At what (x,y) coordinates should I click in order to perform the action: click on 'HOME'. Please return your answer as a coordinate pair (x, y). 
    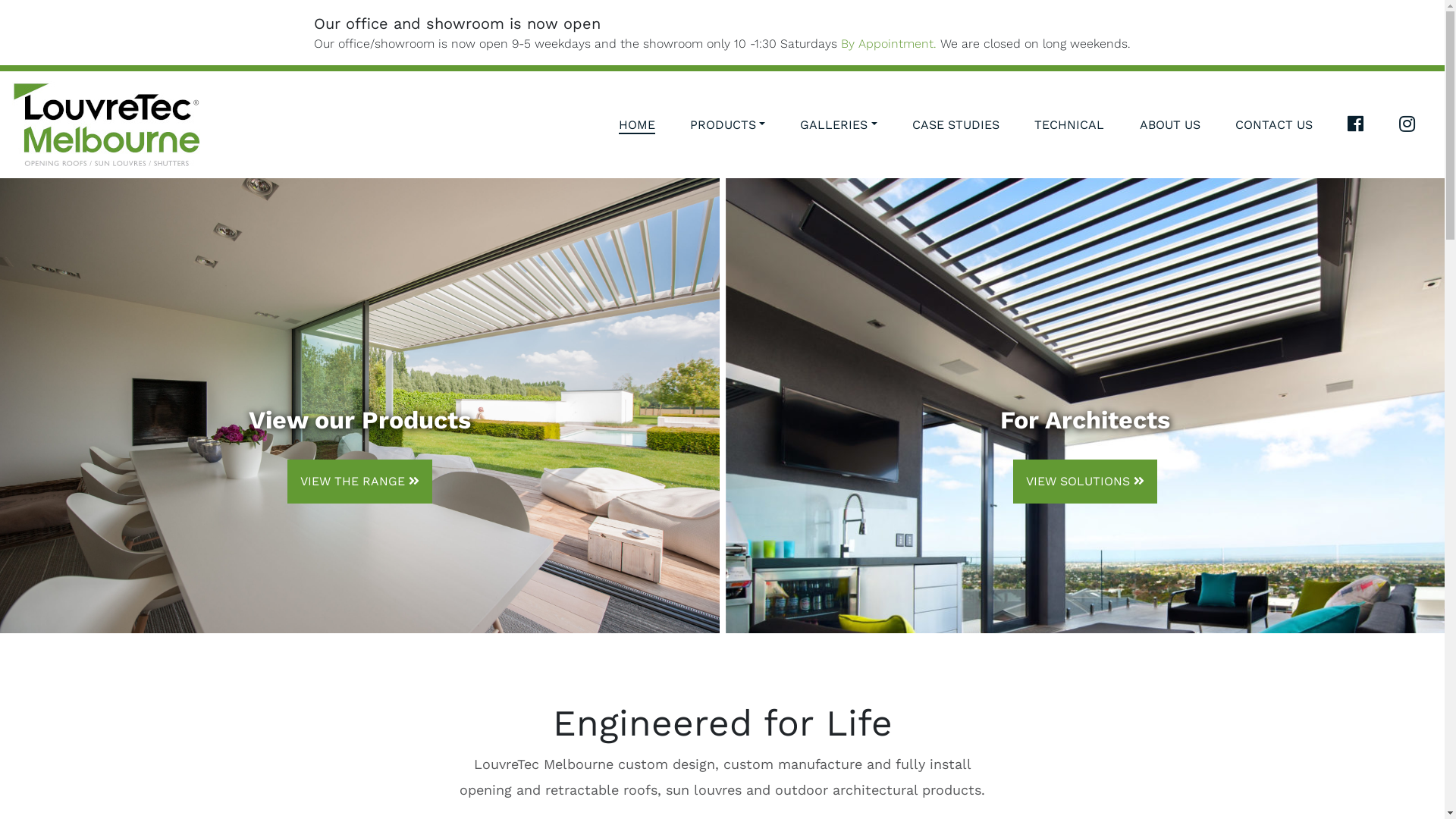
    Looking at the image, I should click on (637, 124).